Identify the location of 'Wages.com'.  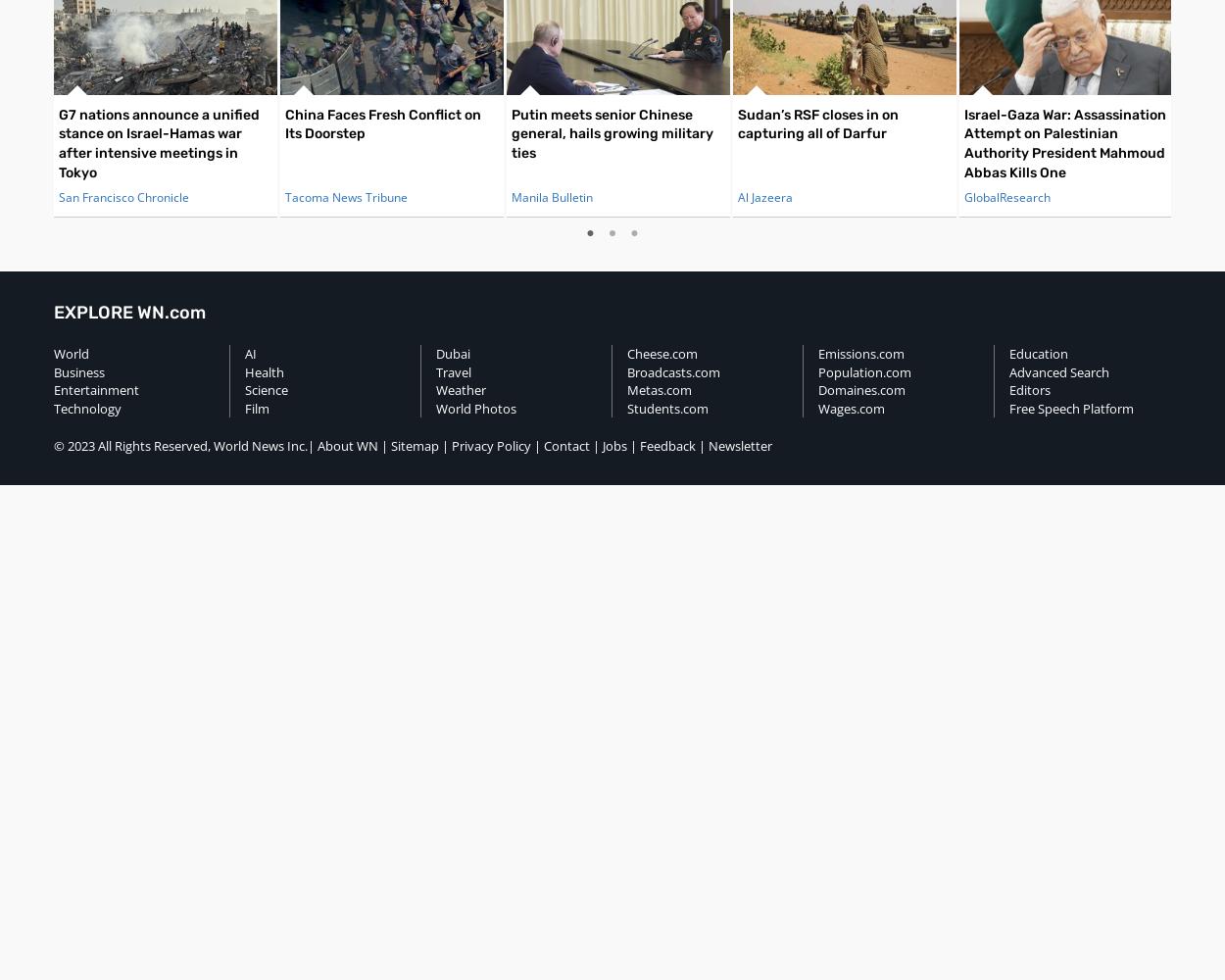
(851, 408).